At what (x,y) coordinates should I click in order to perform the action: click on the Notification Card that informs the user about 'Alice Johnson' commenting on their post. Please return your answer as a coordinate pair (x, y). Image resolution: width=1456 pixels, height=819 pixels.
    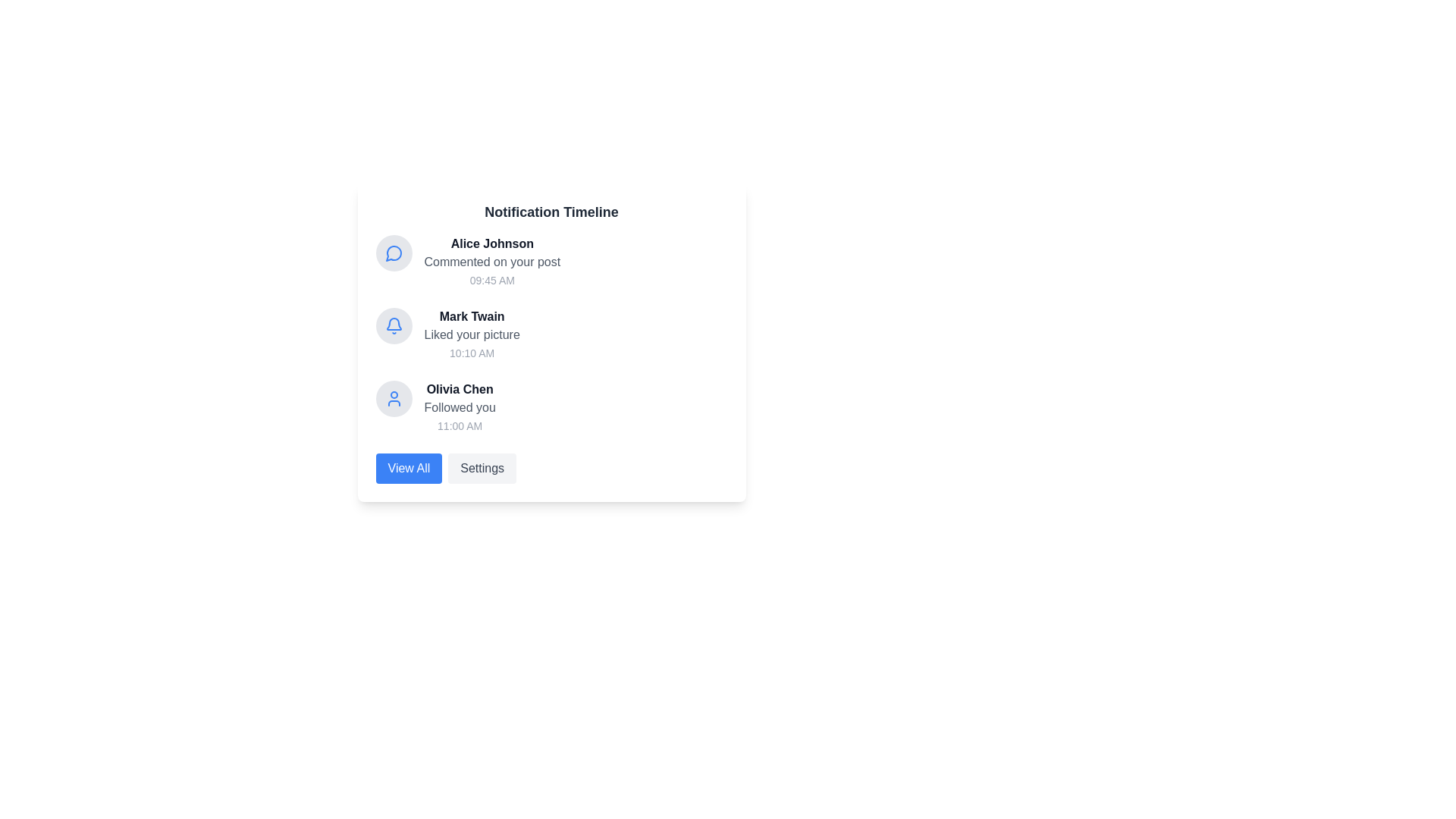
    Looking at the image, I should click on (551, 262).